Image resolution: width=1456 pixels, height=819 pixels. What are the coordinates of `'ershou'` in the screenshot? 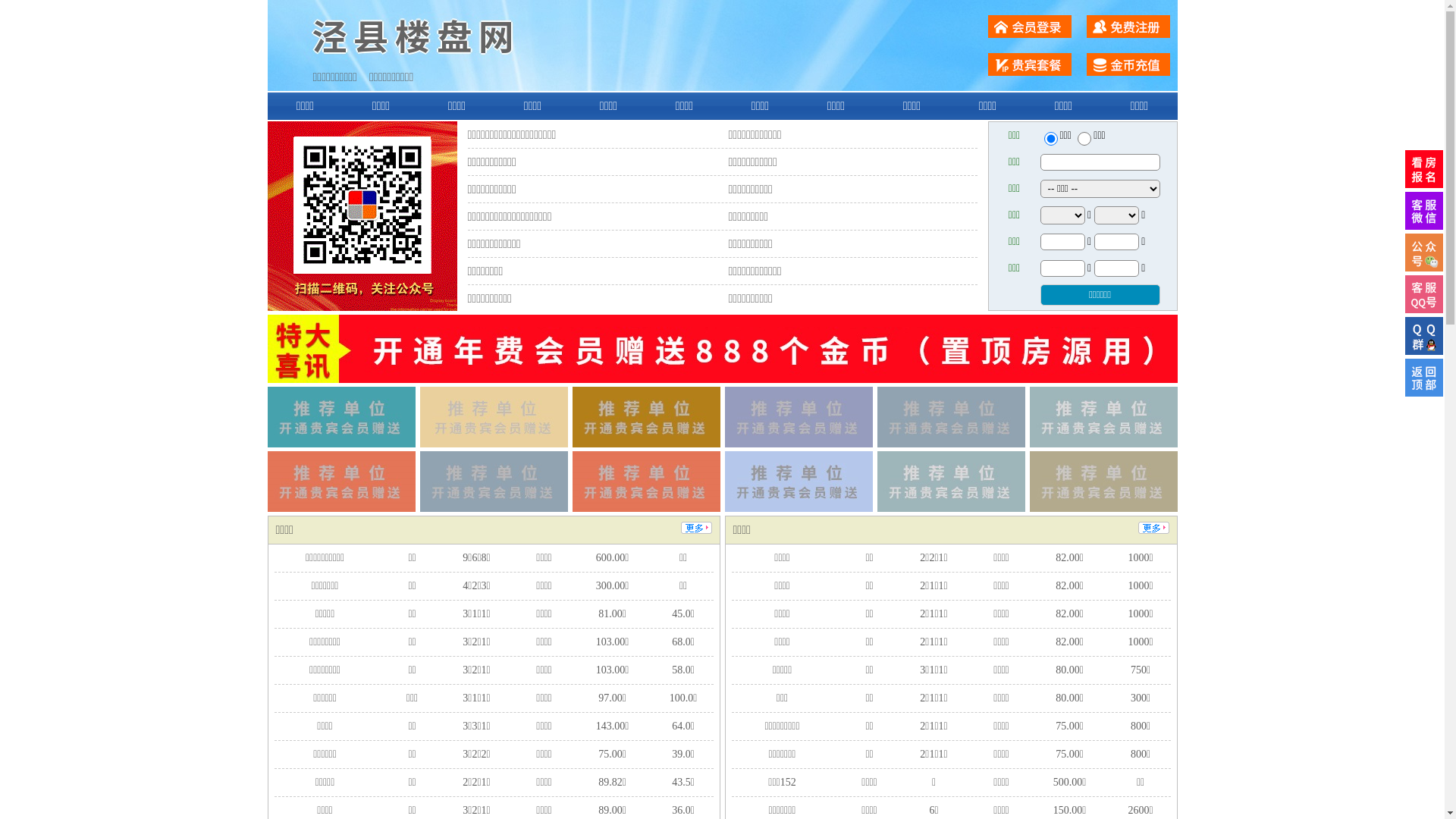 It's located at (1050, 138).